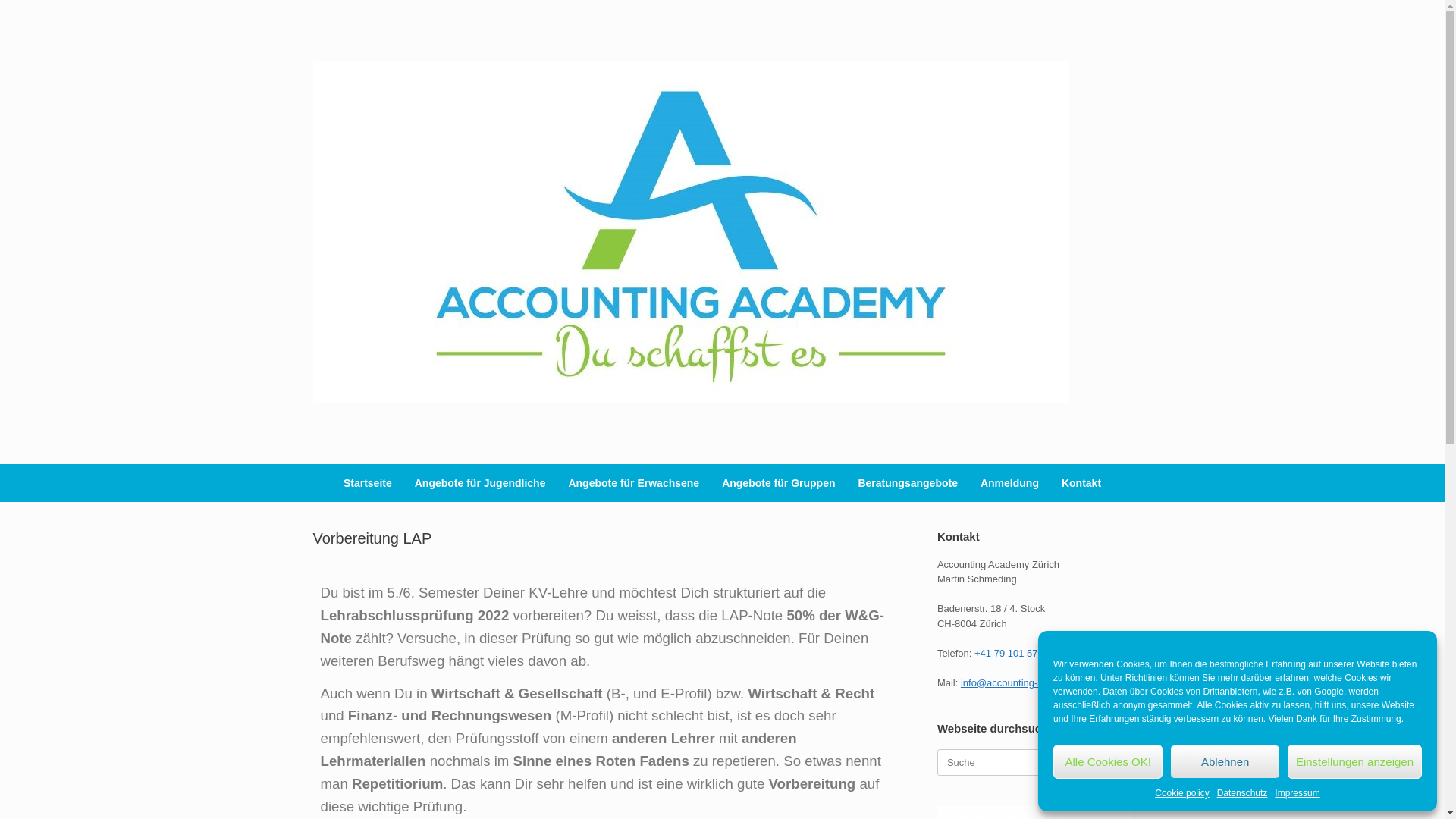 This screenshot has width=1456, height=819. What do you see at coordinates (1181, 792) in the screenshot?
I see `'Cookie policy'` at bounding box center [1181, 792].